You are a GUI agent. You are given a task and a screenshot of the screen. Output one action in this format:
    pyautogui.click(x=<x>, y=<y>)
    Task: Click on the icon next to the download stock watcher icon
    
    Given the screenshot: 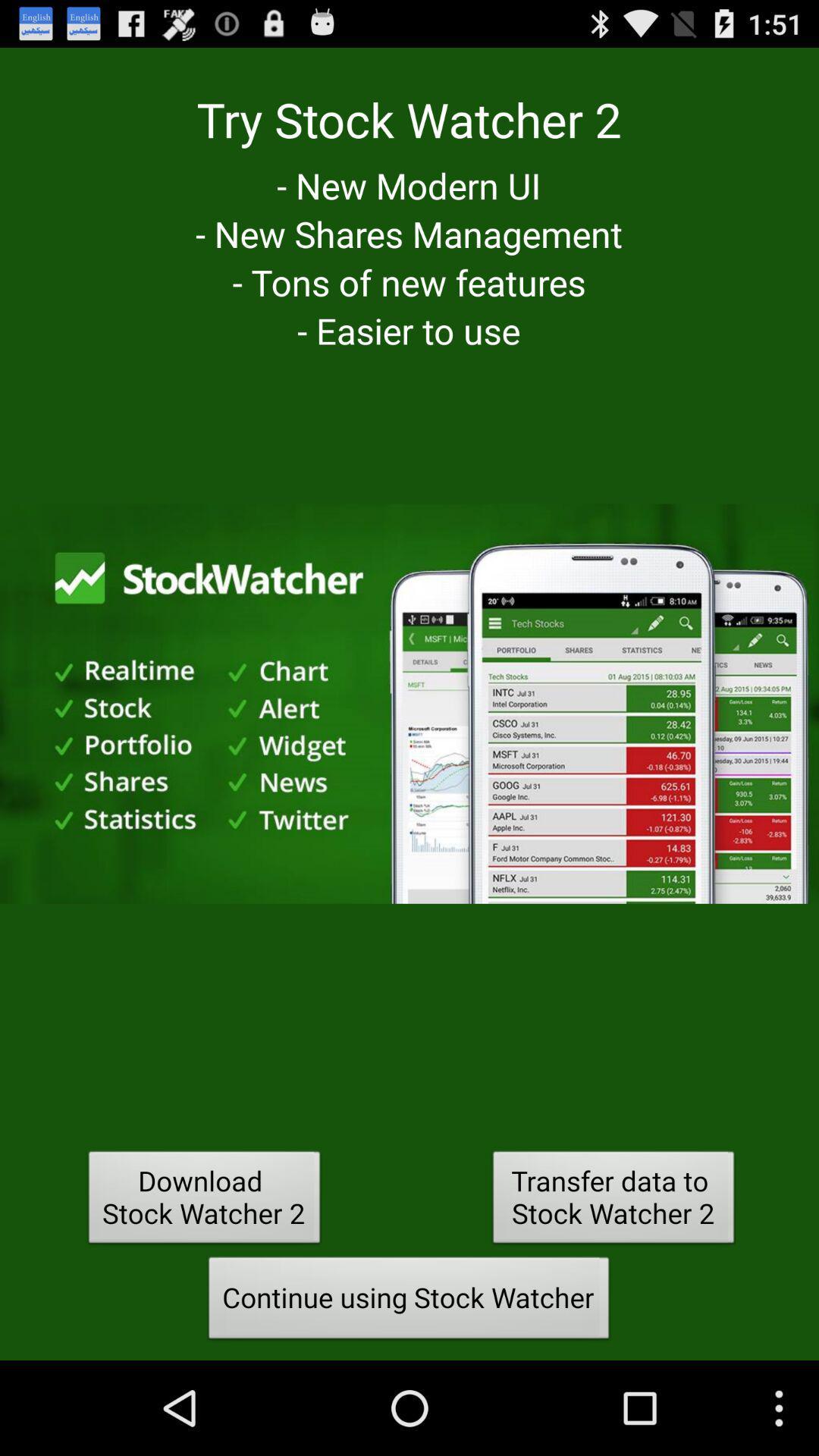 What is the action you would take?
    pyautogui.click(x=613, y=1200)
    